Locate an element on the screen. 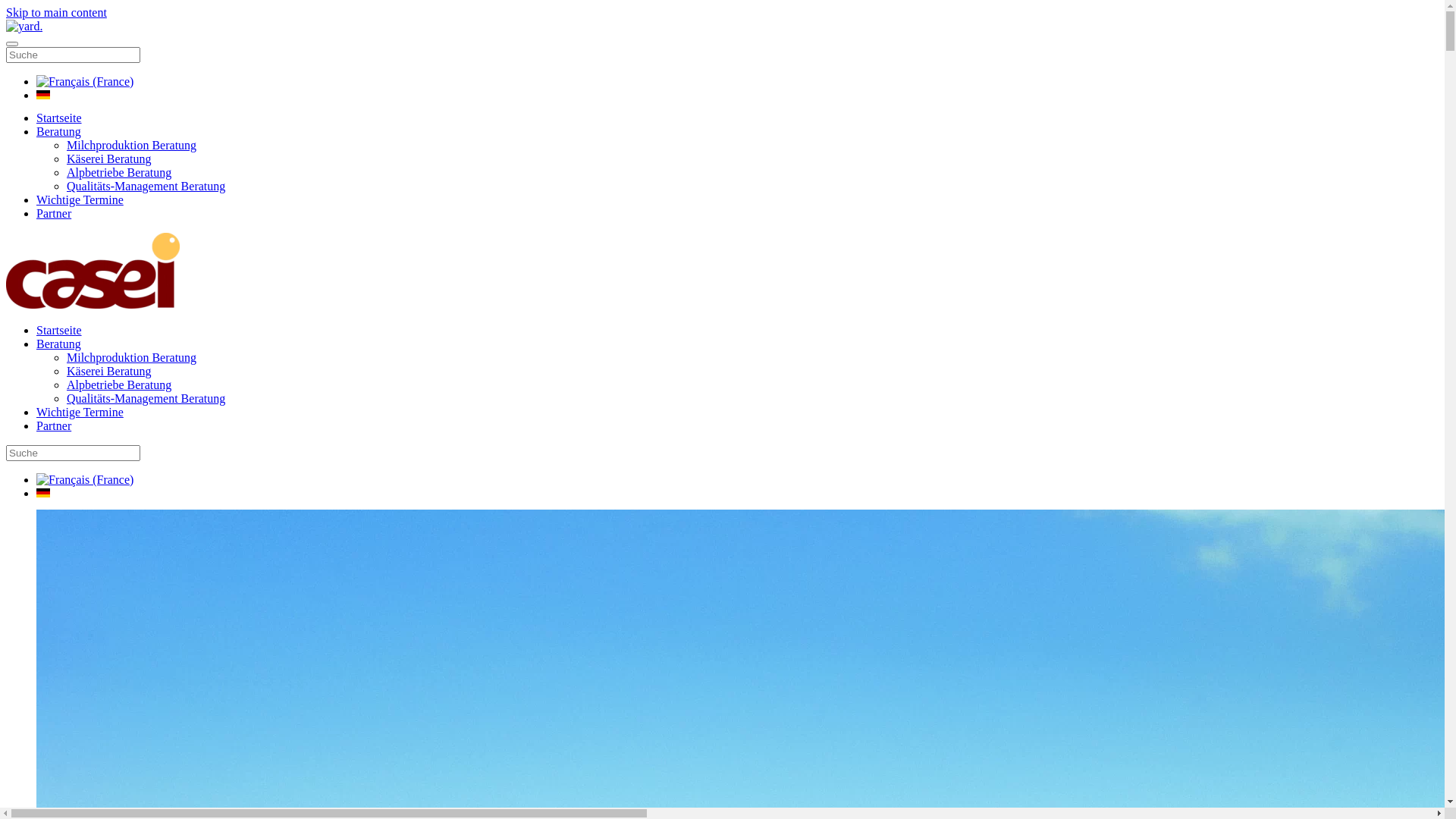  'Alpbetriebe Beratung' is located at coordinates (118, 384).